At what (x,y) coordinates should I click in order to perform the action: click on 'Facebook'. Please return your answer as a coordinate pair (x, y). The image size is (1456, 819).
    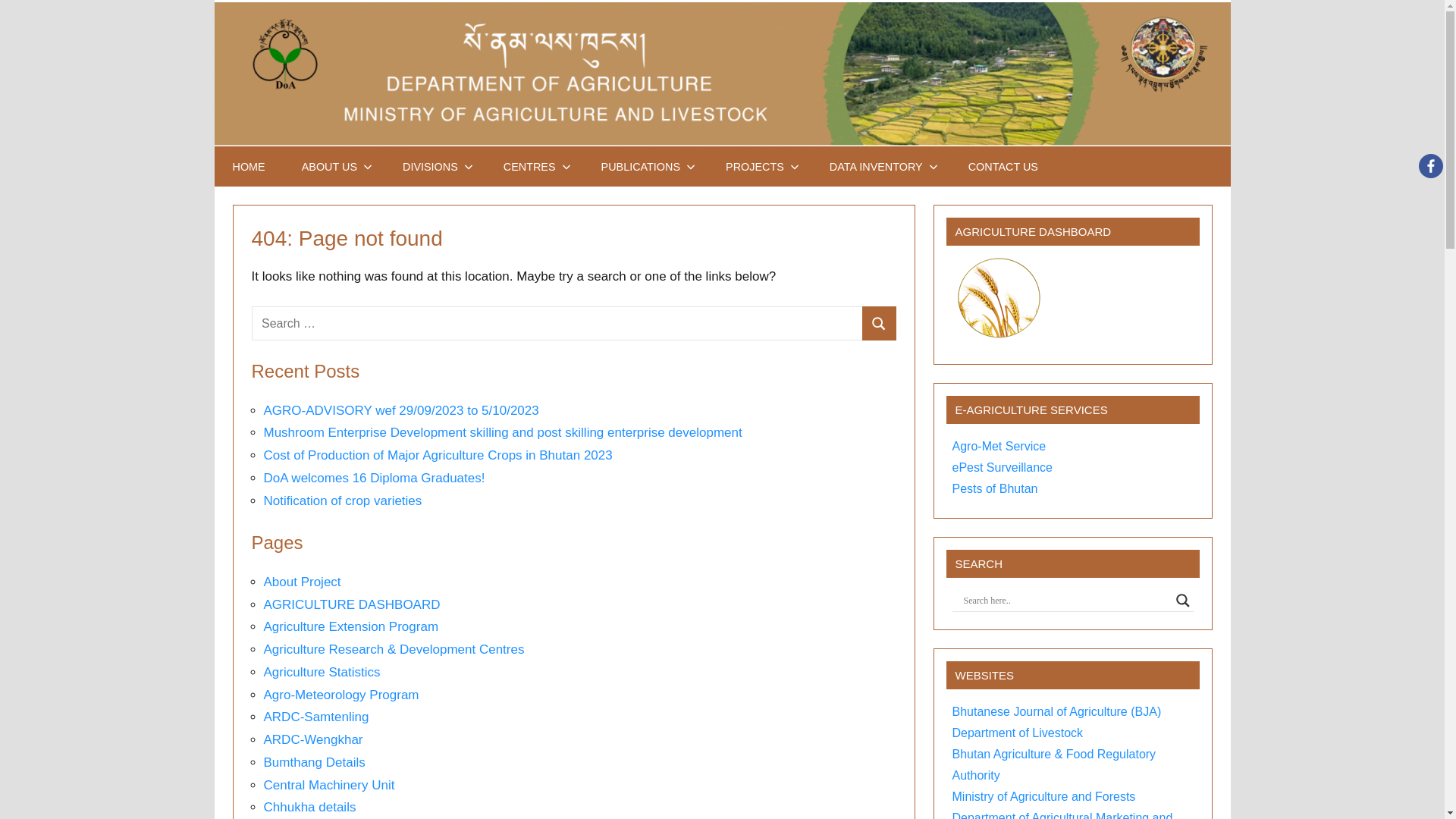
    Looking at the image, I should click on (1429, 166).